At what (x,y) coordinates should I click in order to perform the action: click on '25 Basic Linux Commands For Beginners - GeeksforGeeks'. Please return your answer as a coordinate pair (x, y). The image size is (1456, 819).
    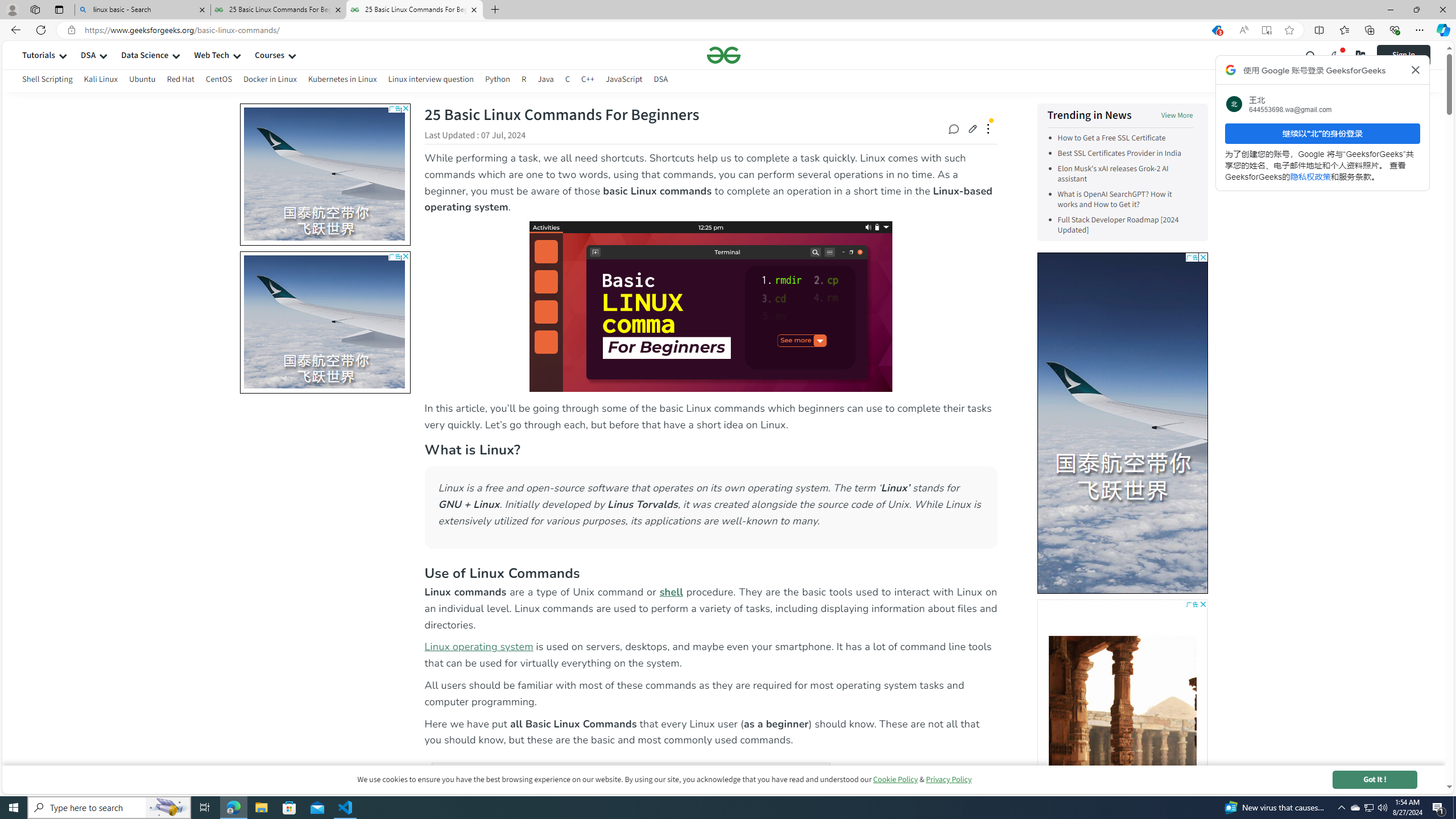
    Looking at the image, I should click on (415, 9).